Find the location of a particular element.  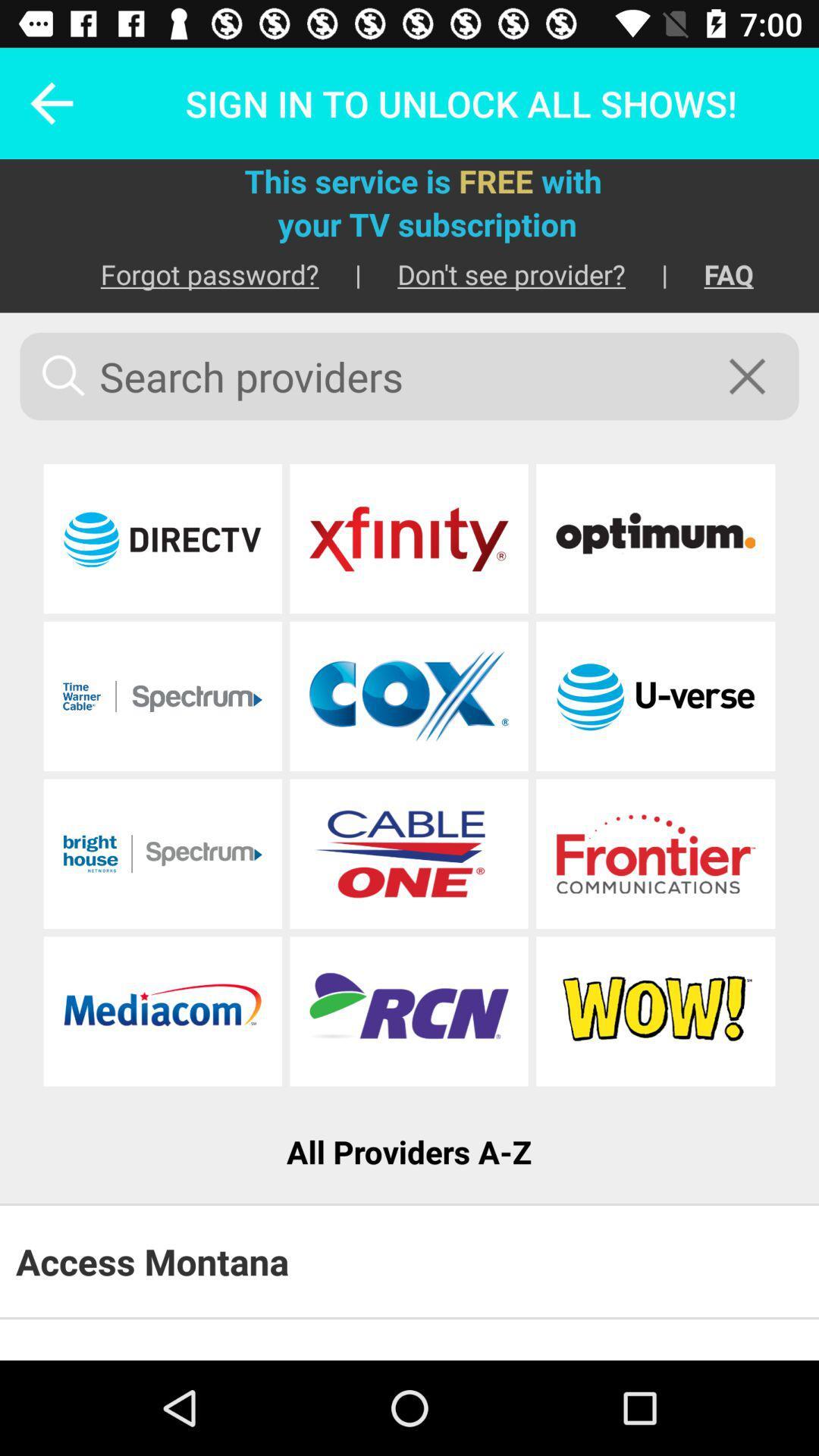

the faq item is located at coordinates (711, 274).